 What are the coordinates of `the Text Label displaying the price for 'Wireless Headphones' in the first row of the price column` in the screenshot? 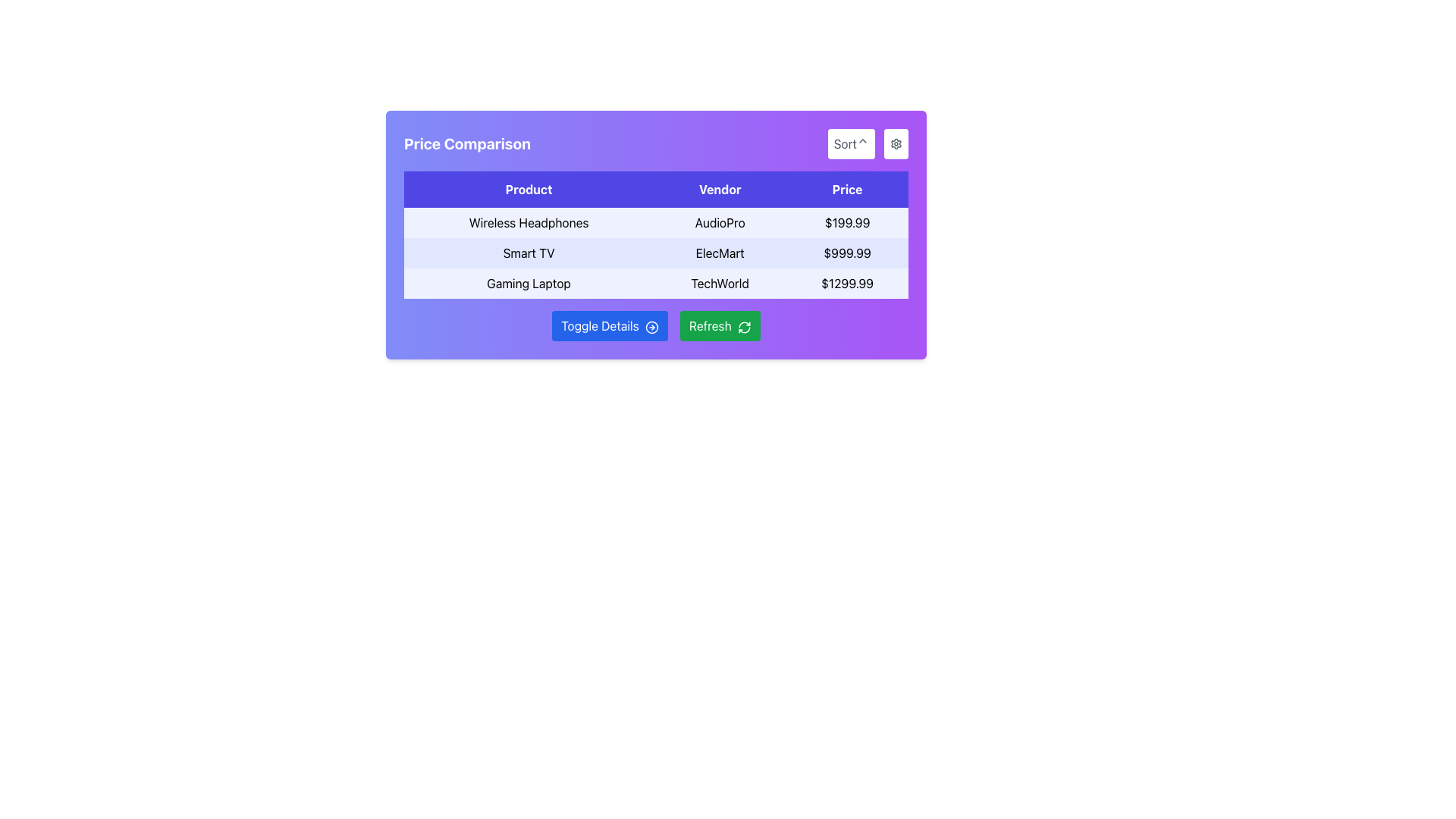 It's located at (846, 222).